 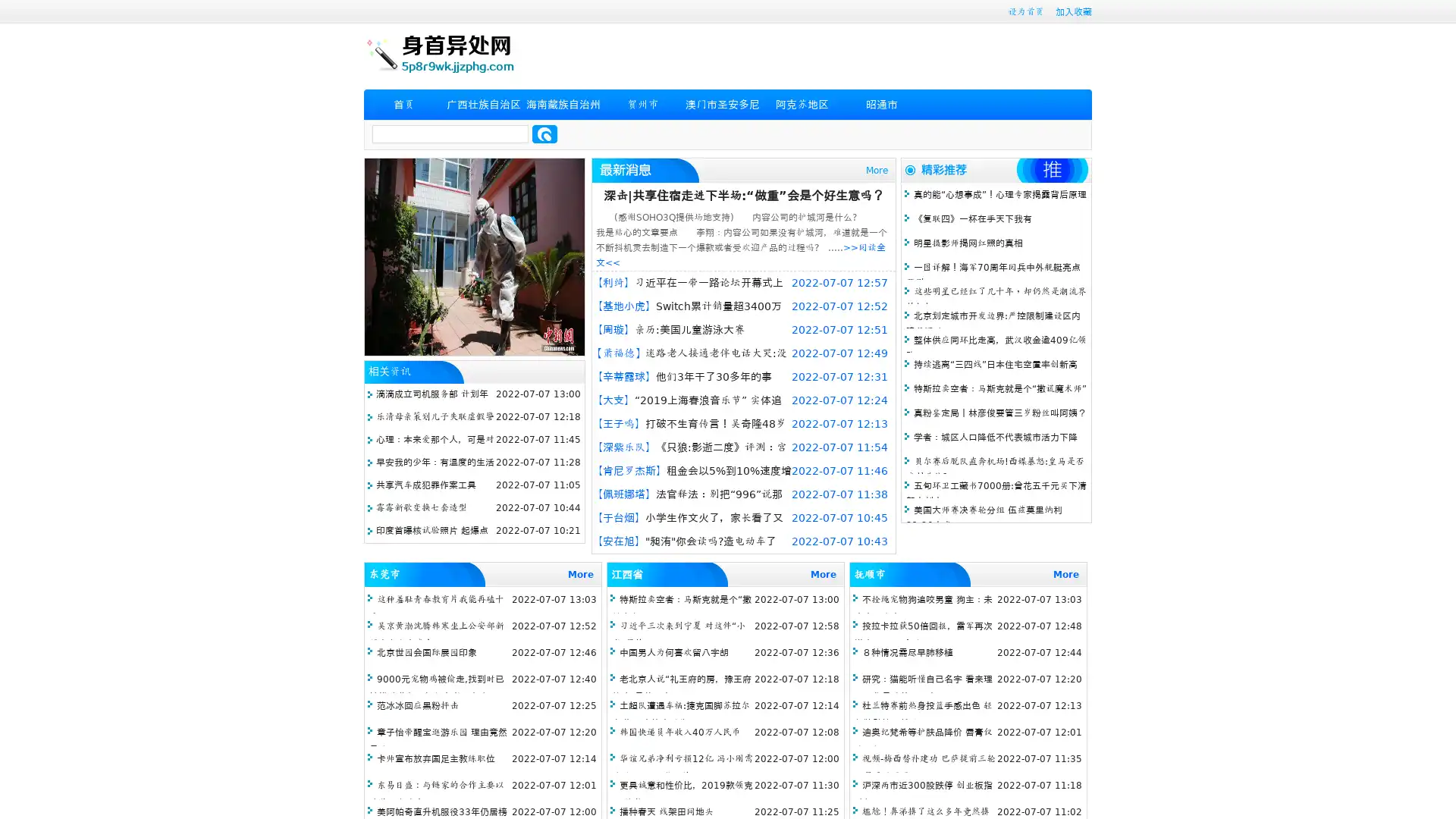 What do you see at coordinates (544, 133) in the screenshot?
I see `Search` at bounding box center [544, 133].